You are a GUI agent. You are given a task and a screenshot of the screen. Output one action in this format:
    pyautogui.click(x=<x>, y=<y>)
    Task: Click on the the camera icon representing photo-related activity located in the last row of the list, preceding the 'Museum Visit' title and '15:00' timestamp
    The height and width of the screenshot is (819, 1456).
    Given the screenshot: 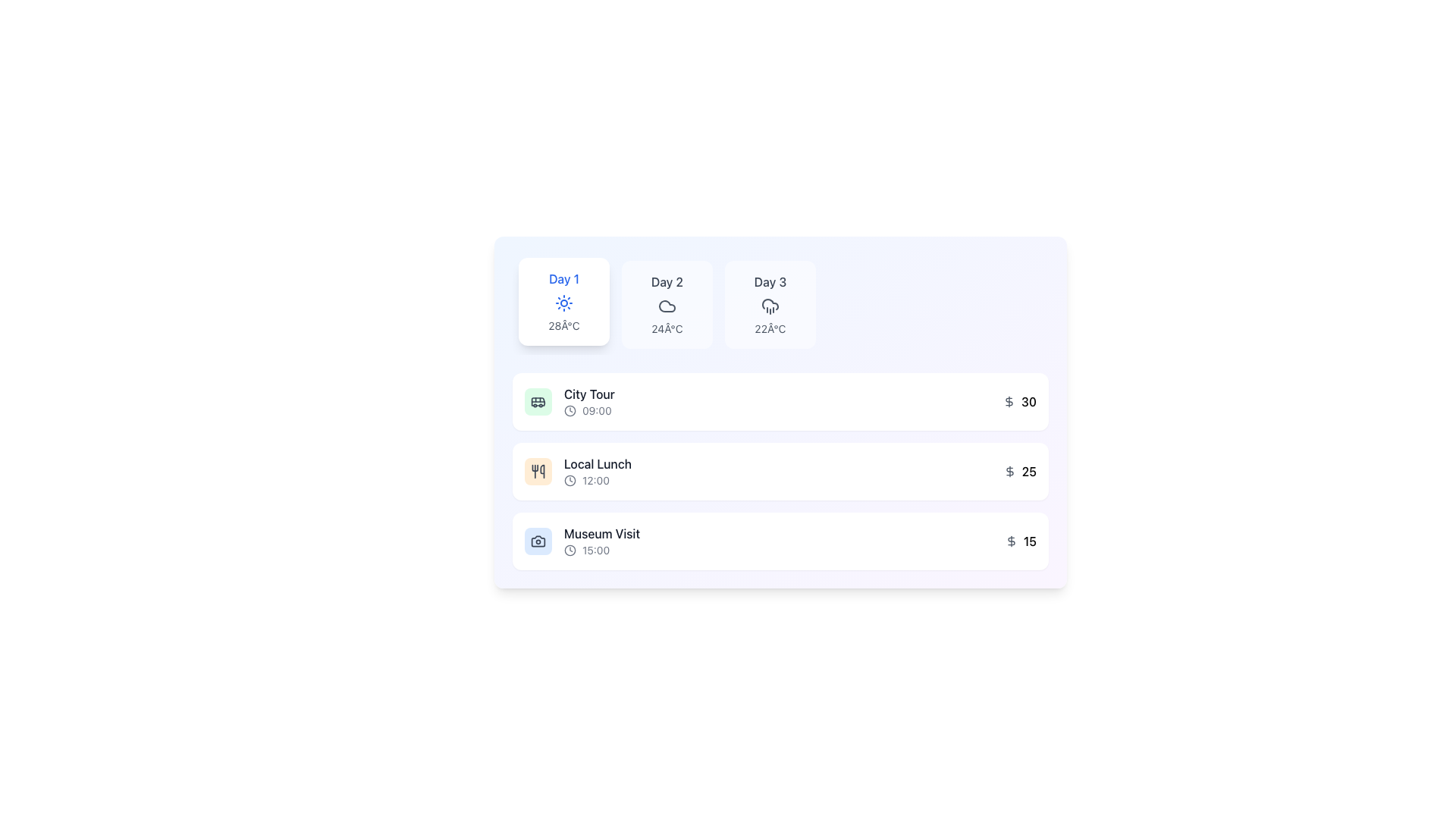 What is the action you would take?
    pyautogui.click(x=538, y=540)
    